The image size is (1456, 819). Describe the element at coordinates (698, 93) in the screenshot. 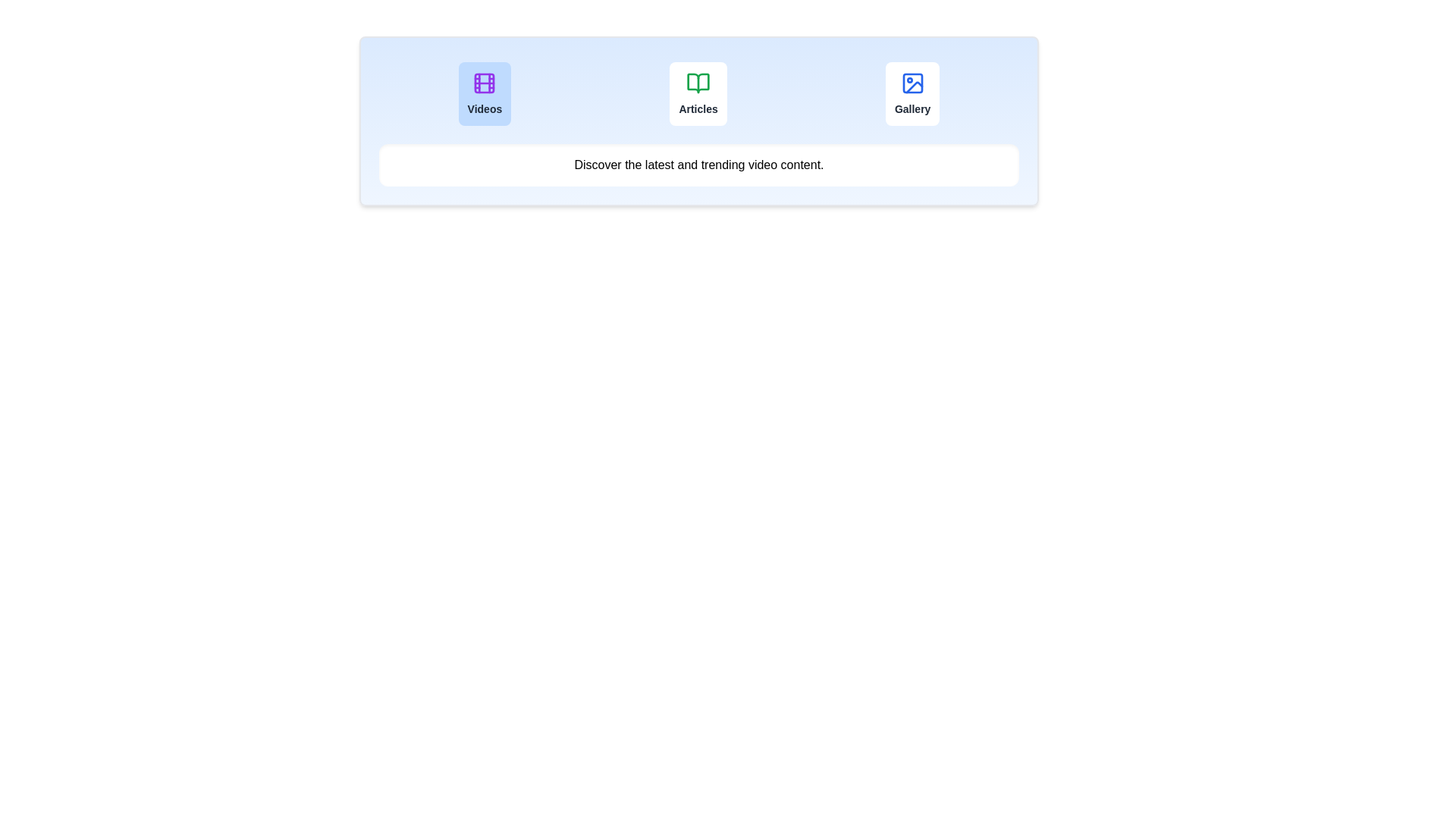

I see `the tab button labeled 'Articles' to observe its hover effect` at that location.